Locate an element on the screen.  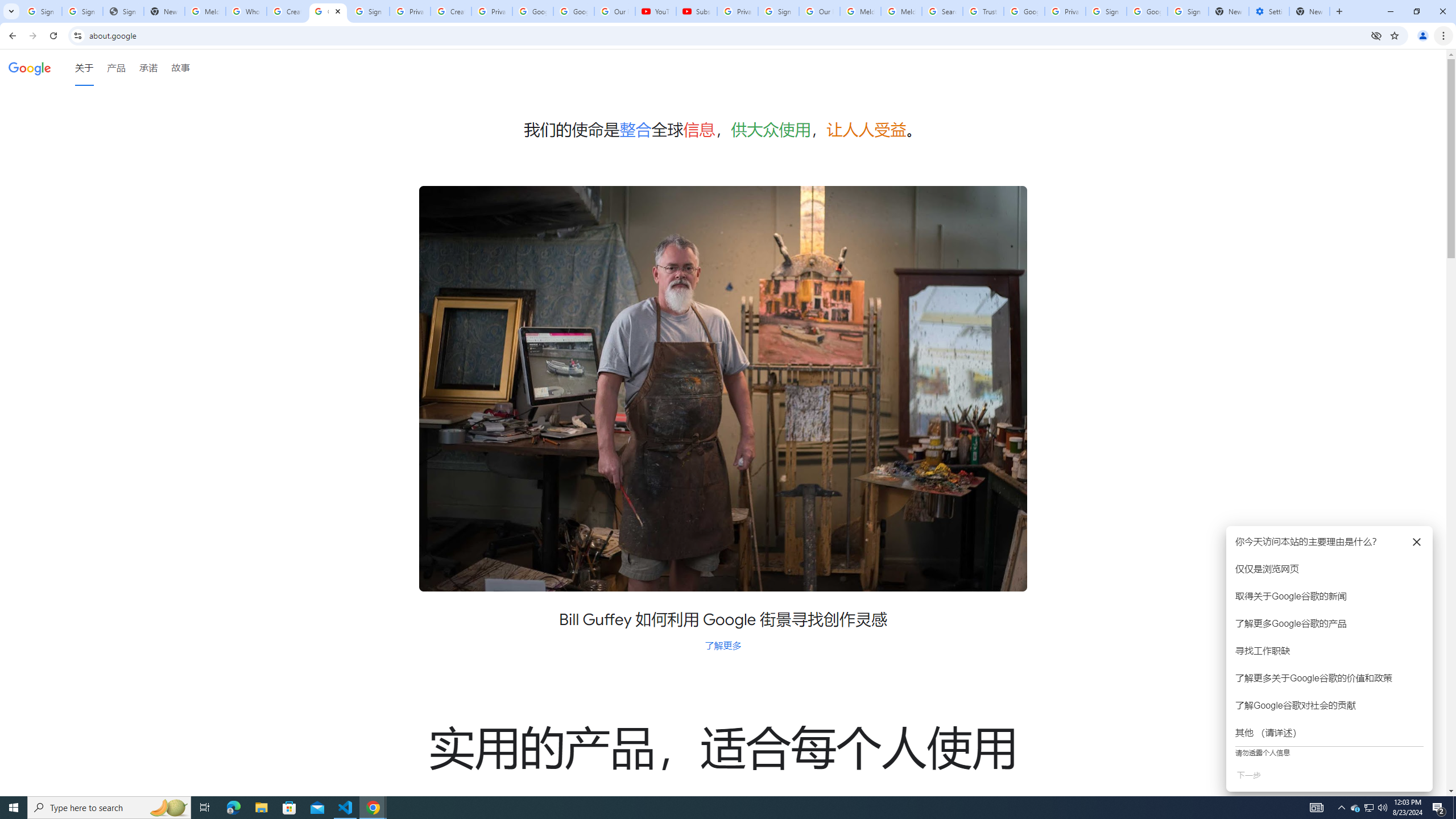
'YouTube' is located at coordinates (656, 11).